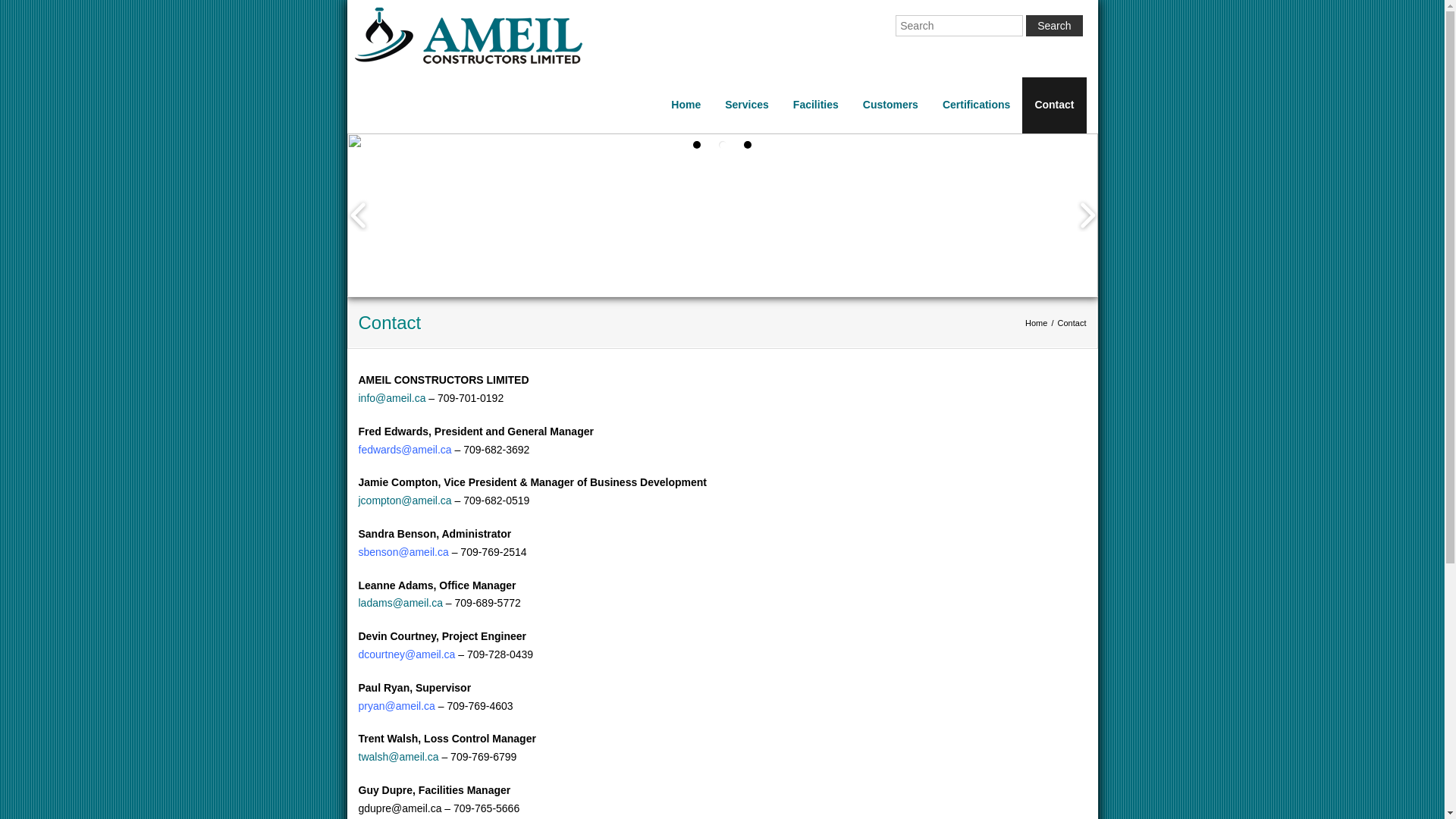 This screenshot has width=1456, height=819. I want to click on 'Customers', so click(890, 104).